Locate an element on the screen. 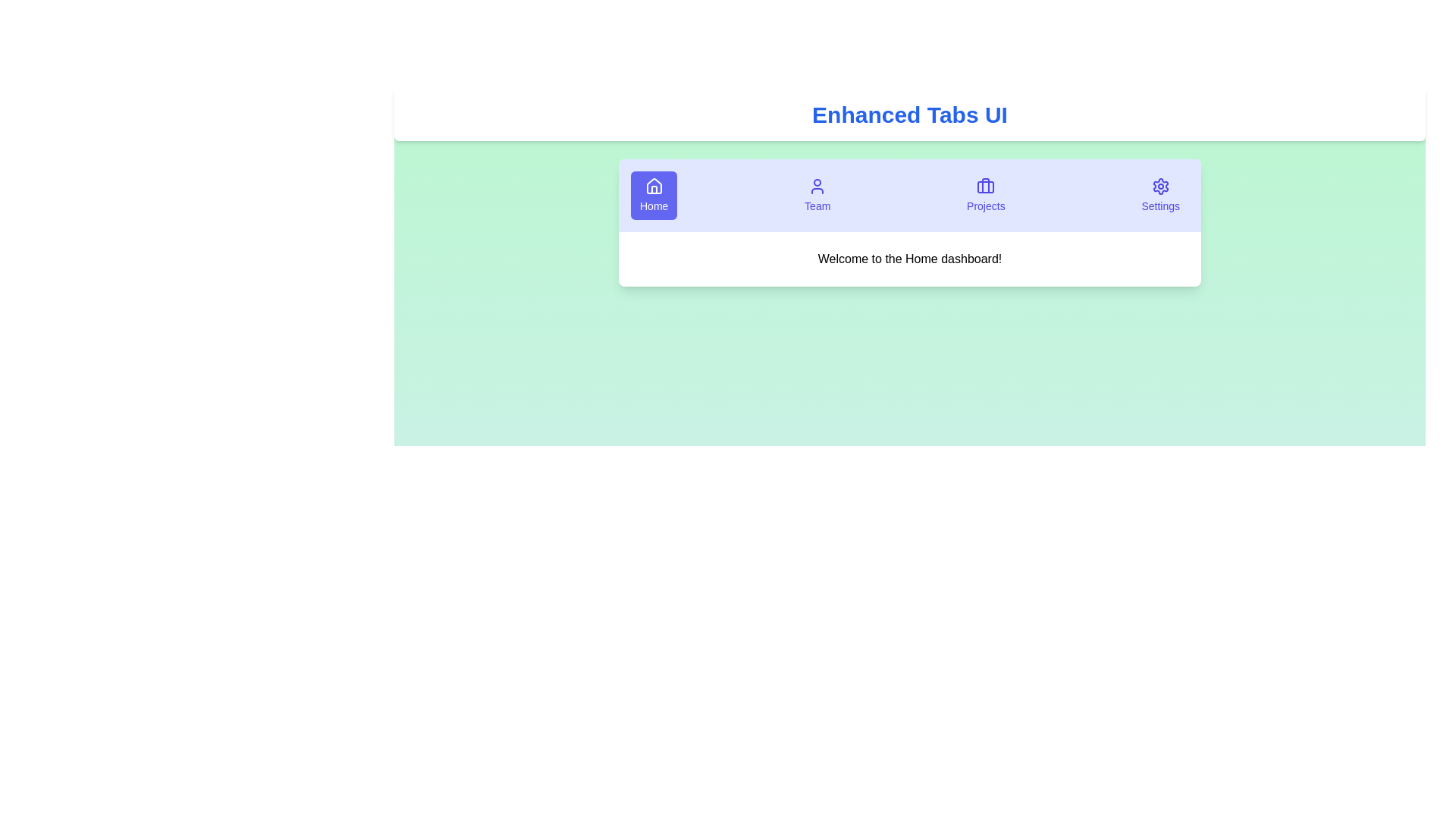  the settings navigation button is located at coordinates (1159, 195).